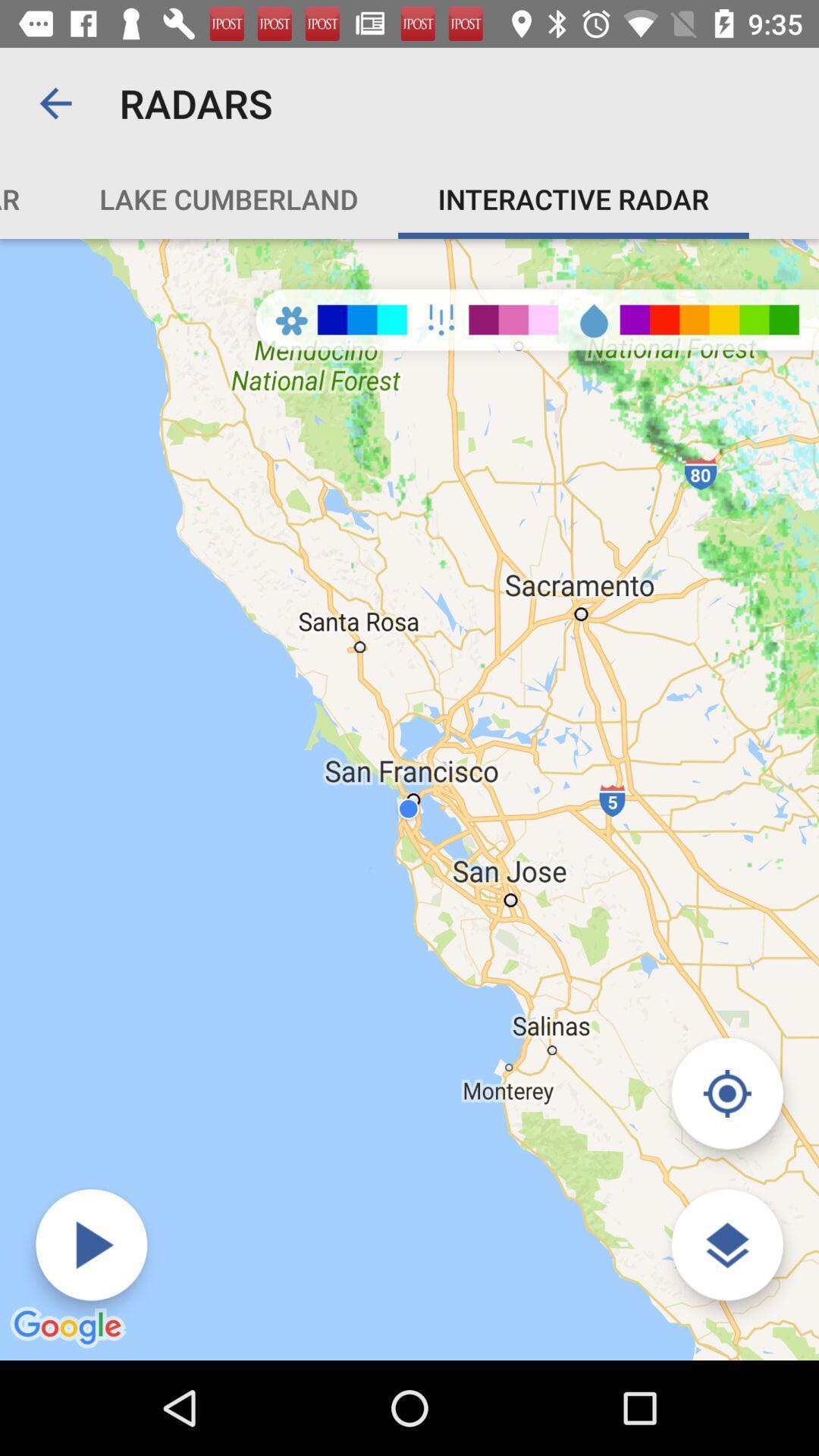 Image resolution: width=819 pixels, height=1456 pixels. I want to click on the play icon, so click(91, 1244).